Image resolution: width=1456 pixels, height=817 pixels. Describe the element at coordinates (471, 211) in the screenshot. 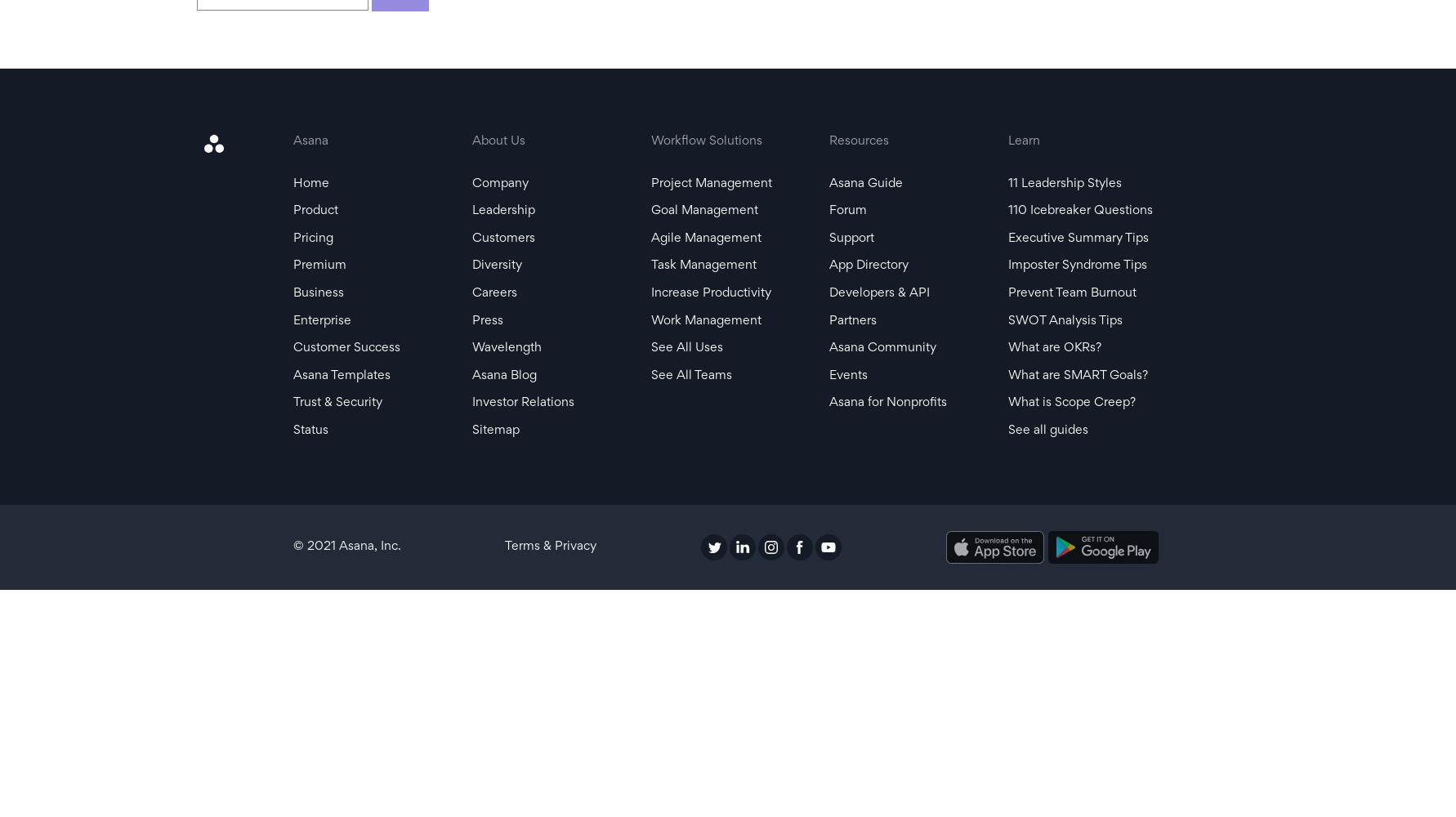

I see `'Leadership'` at that location.